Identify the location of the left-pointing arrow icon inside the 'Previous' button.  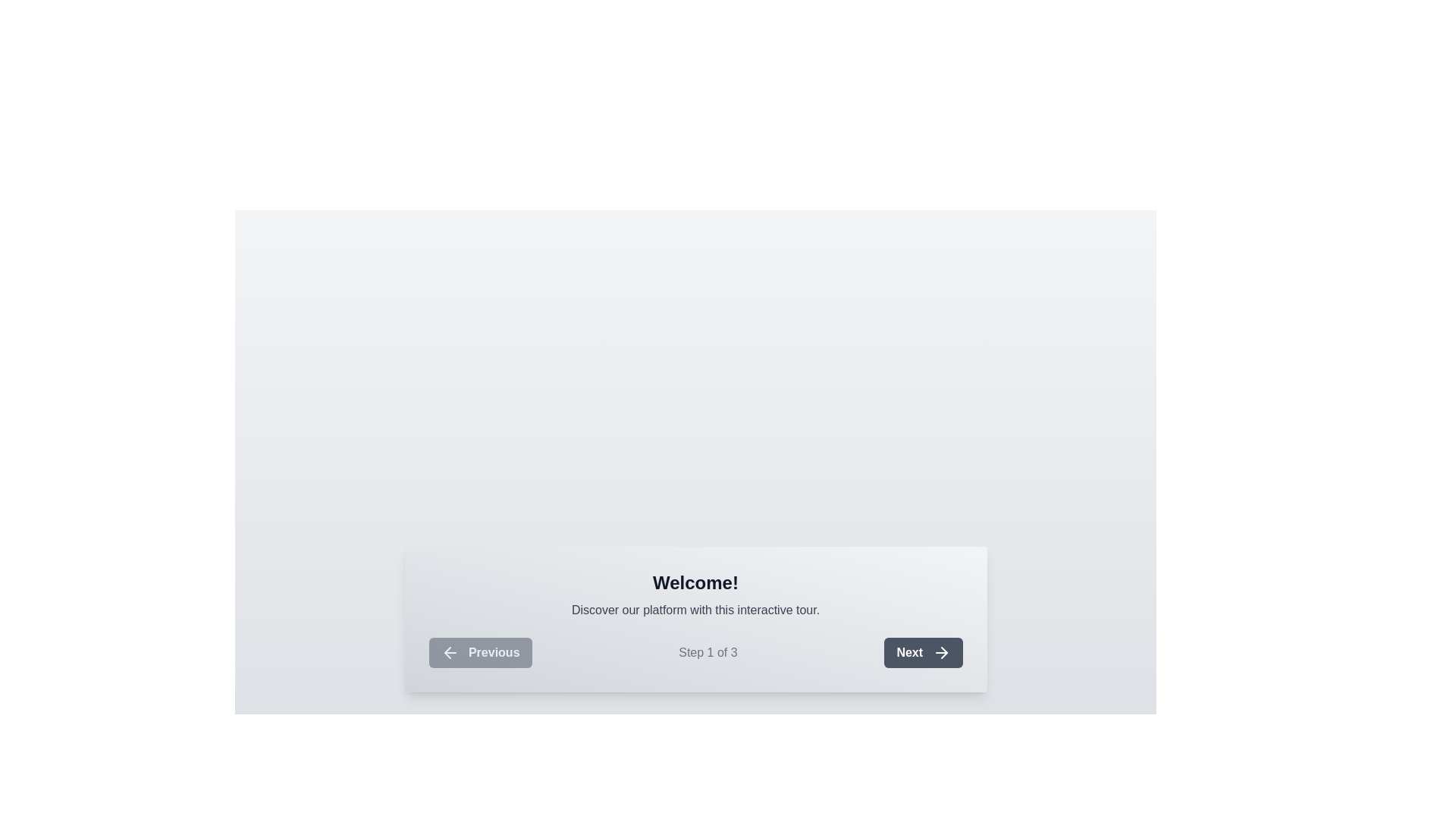
(447, 651).